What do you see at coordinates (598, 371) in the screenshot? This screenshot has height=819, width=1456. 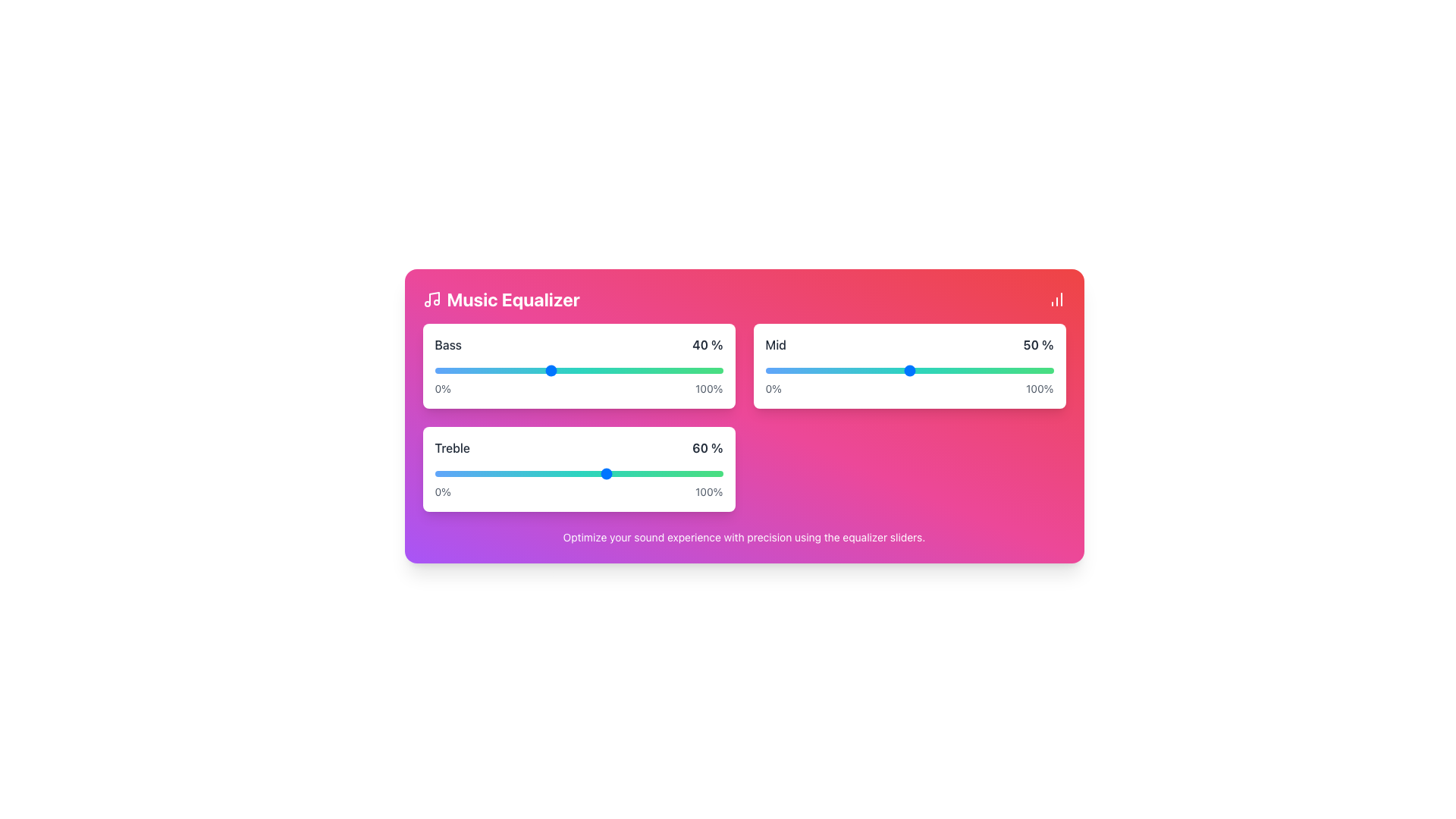 I see `the bass level` at bounding box center [598, 371].